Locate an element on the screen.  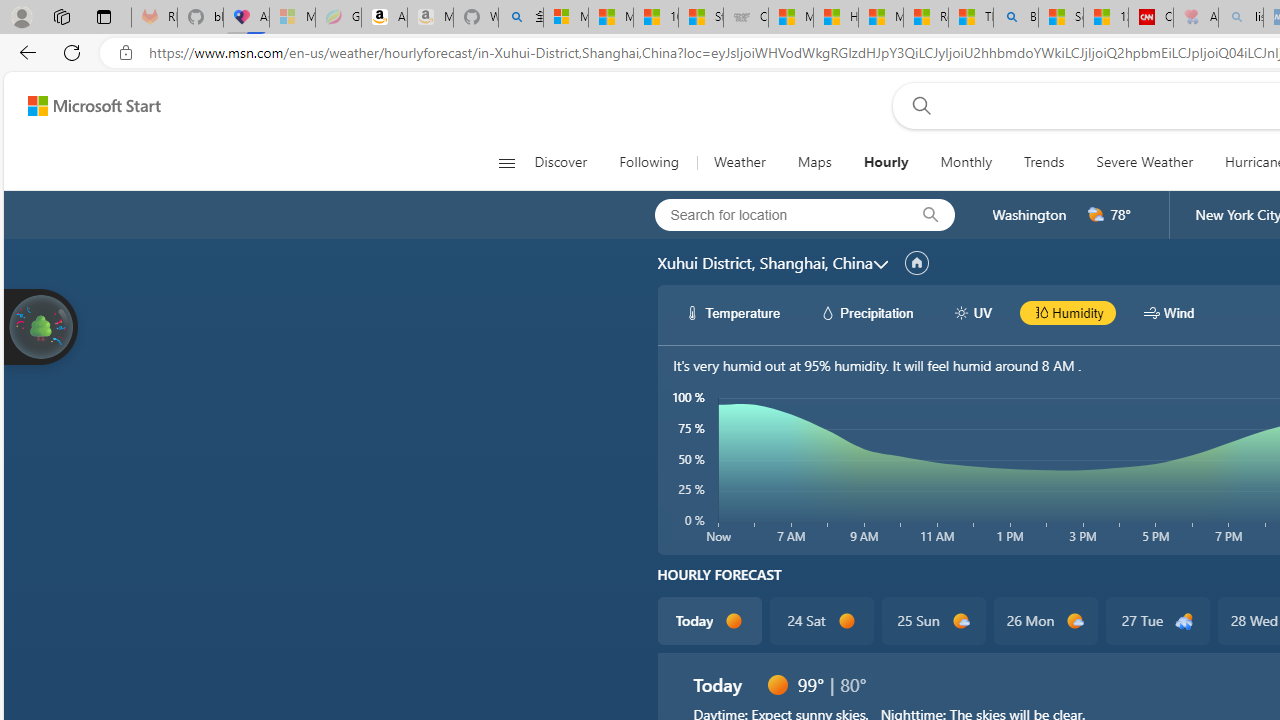
'hourlyChart/uvWhite' is located at coordinates (961, 312).